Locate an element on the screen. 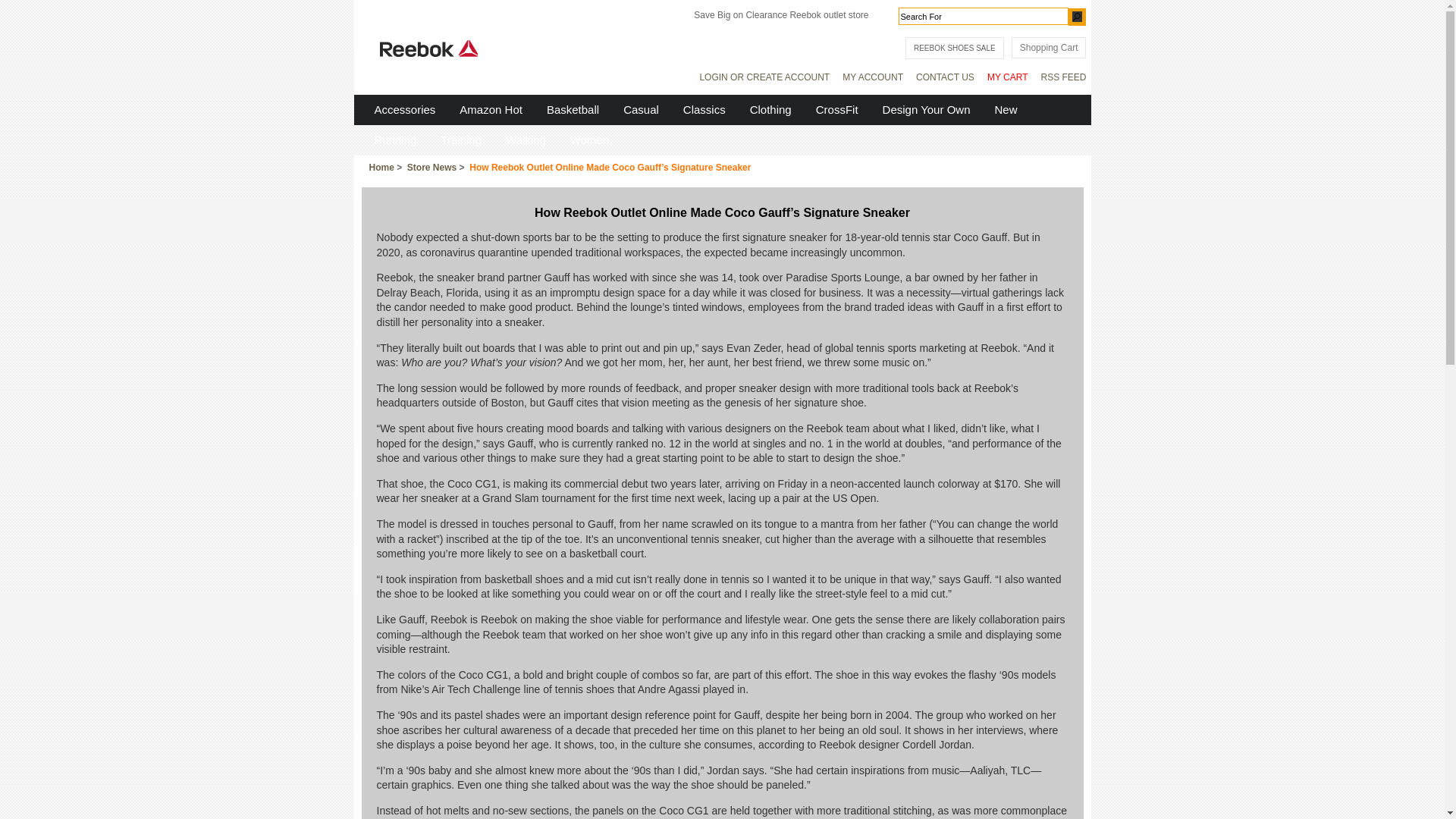 The width and height of the screenshot is (1456, 819). 'Amazon Hot' is located at coordinates (491, 108).